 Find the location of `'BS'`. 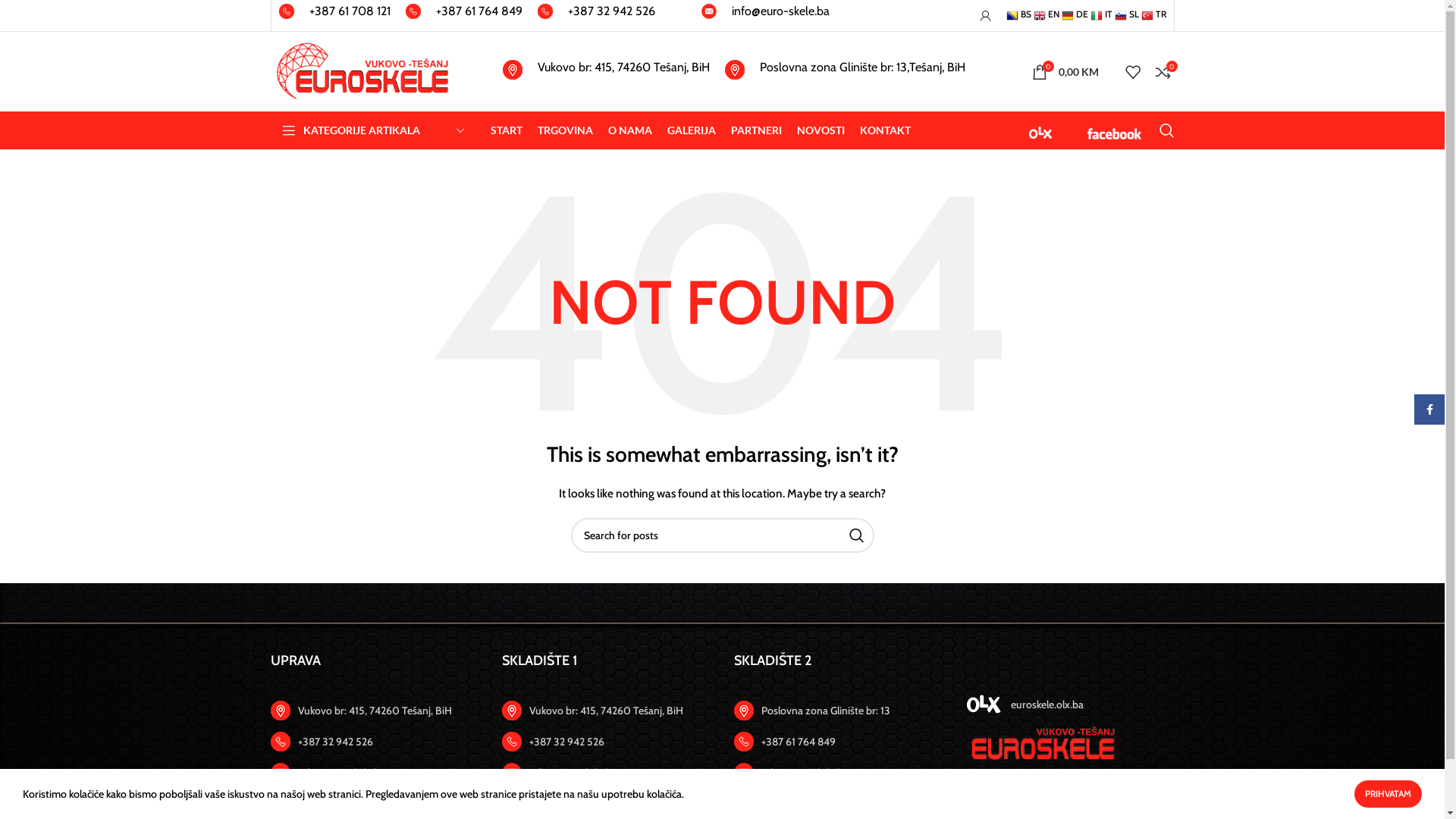

'BS' is located at coordinates (1018, 14).